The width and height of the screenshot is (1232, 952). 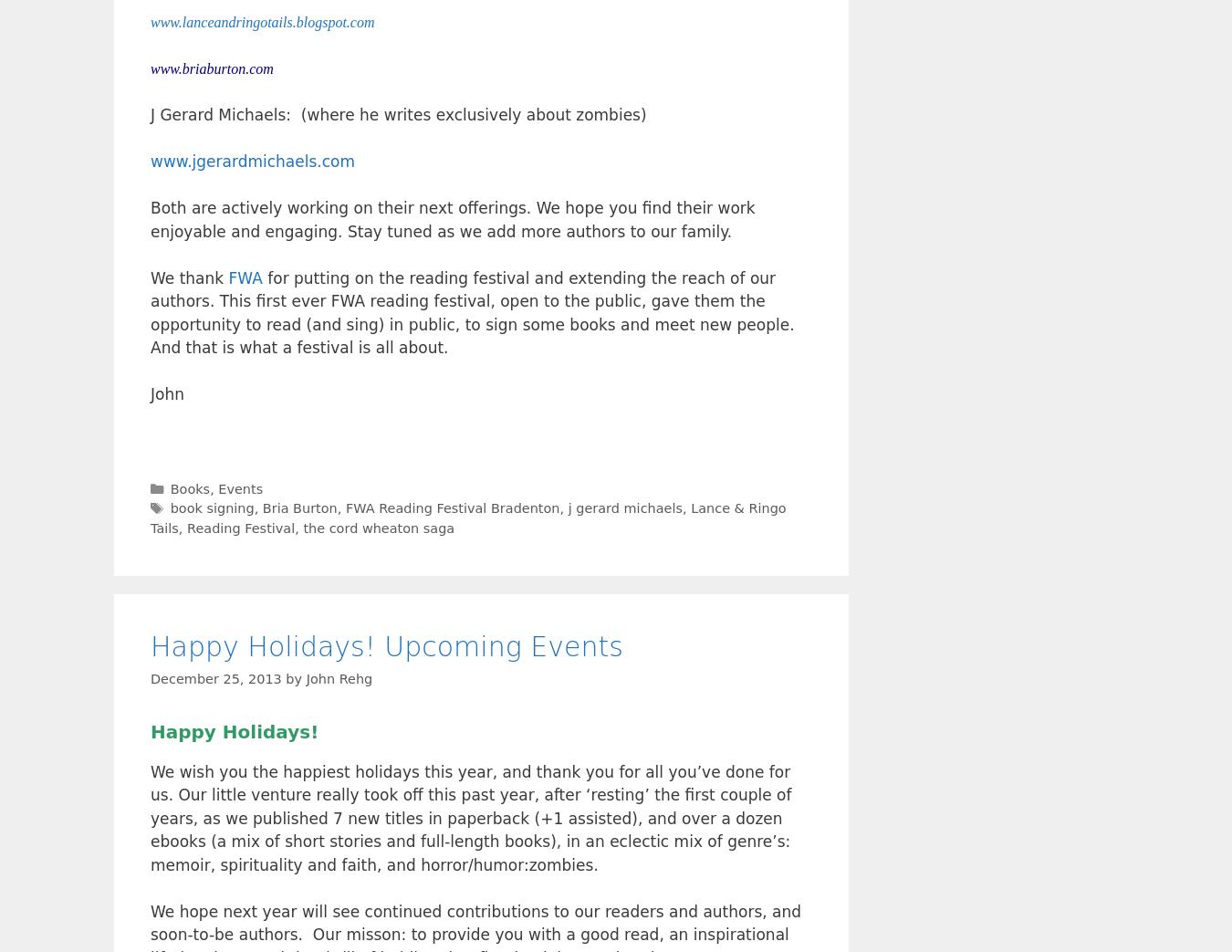 What do you see at coordinates (451, 219) in the screenshot?
I see `'Both are actively working on their next offerings. We hope you find their work enjoyable and engaging. Stay tuned as we add more authors to our family.'` at bounding box center [451, 219].